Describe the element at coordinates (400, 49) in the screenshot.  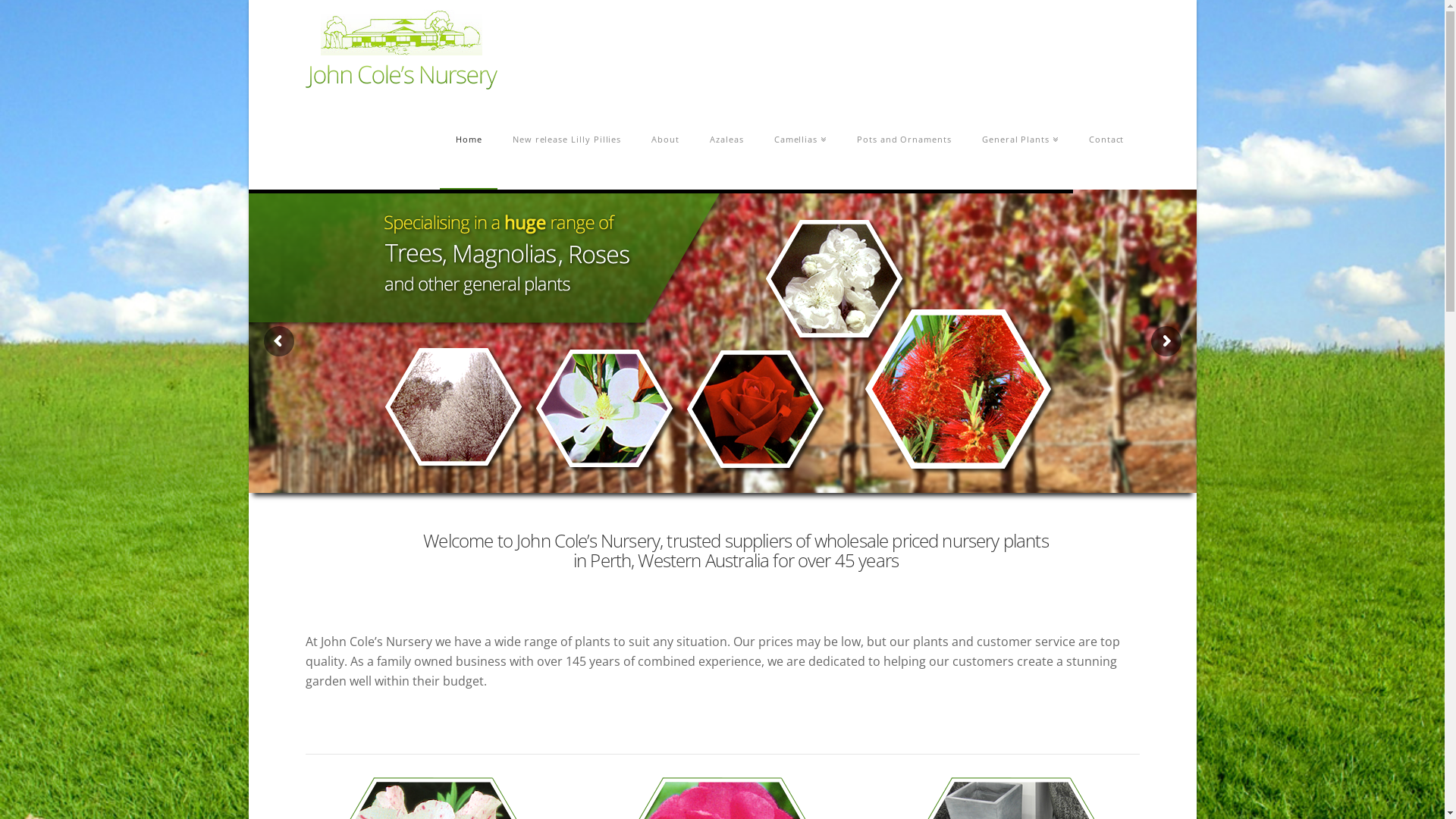
I see `'Retail Garden Nursery in Banjup, Western Australia'` at that location.